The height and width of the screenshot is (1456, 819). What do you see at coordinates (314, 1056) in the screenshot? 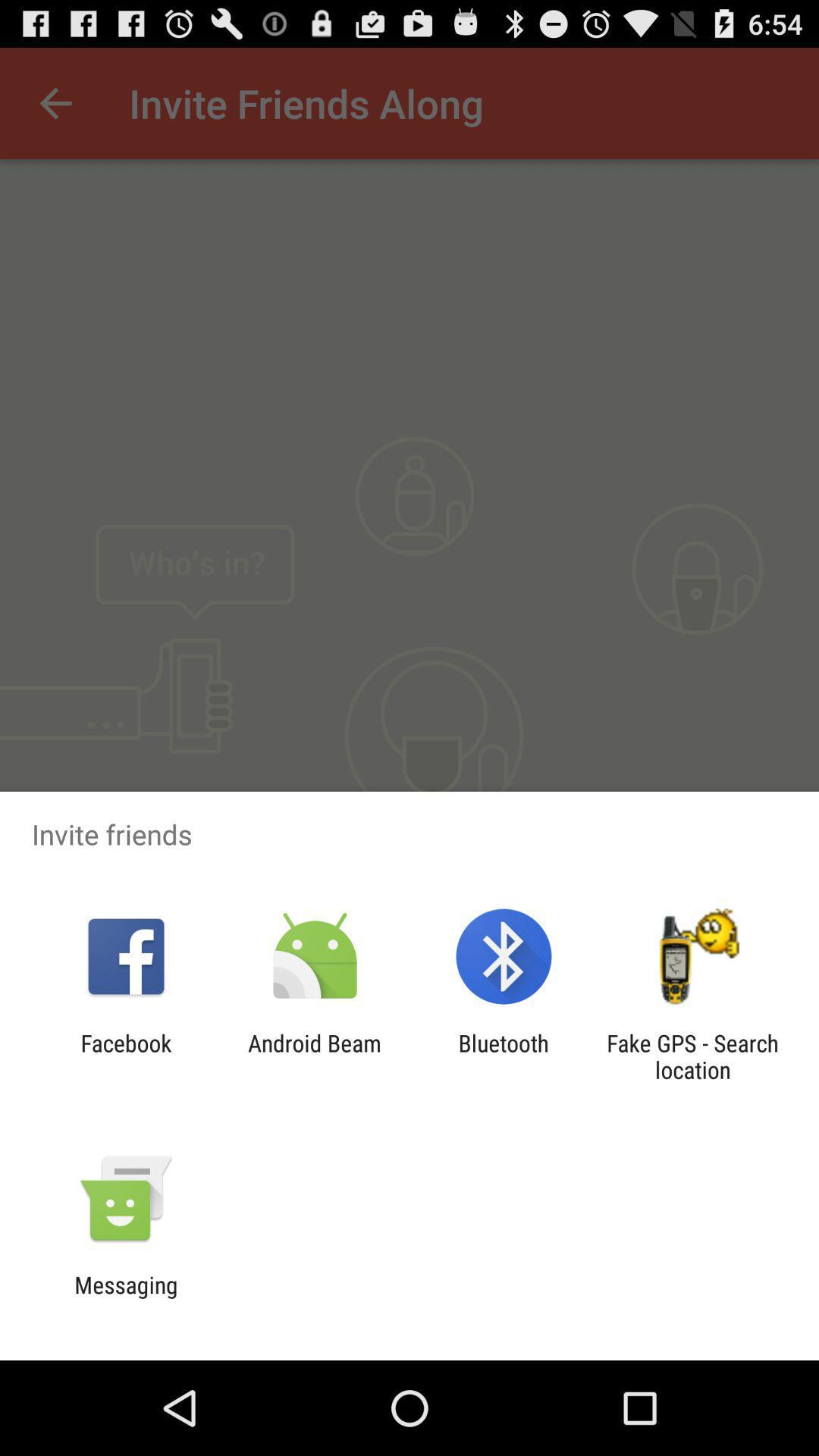
I see `icon next to the facebook item` at bounding box center [314, 1056].